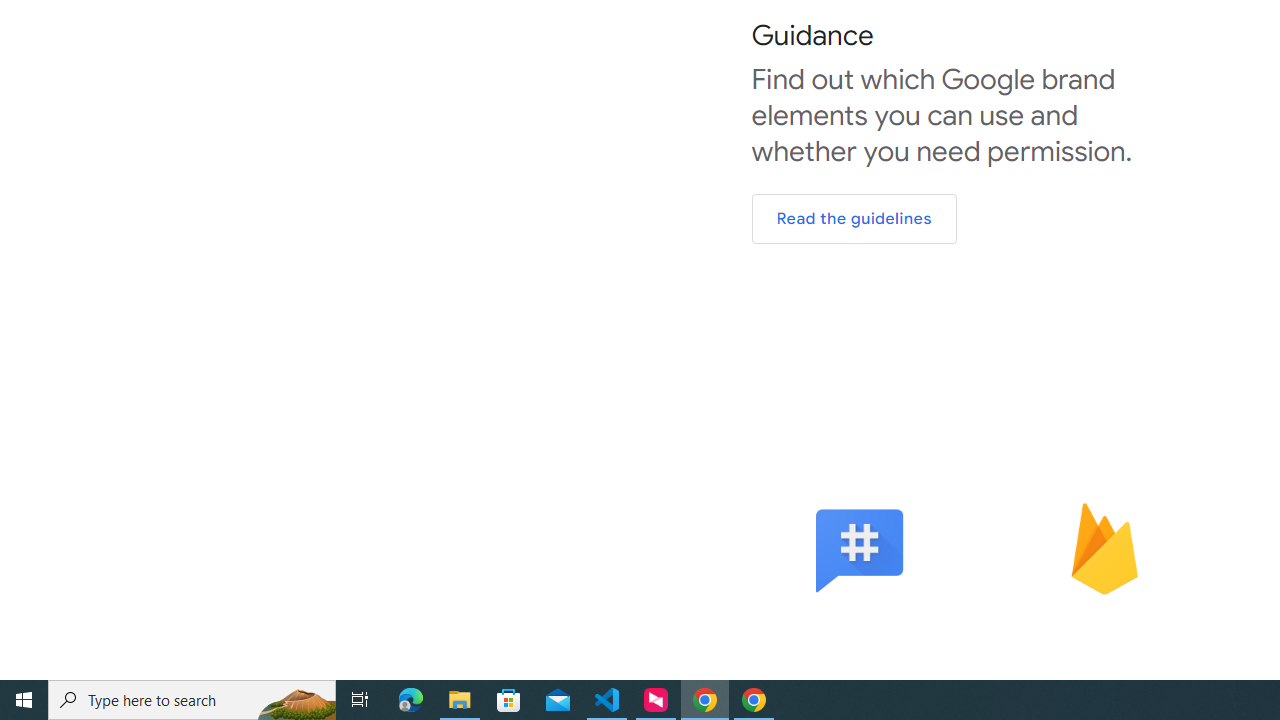 This screenshot has width=1280, height=720. Describe the element at coordinates (854, 219) in the screenshot. I see `'Read the guidelines'` at that location.